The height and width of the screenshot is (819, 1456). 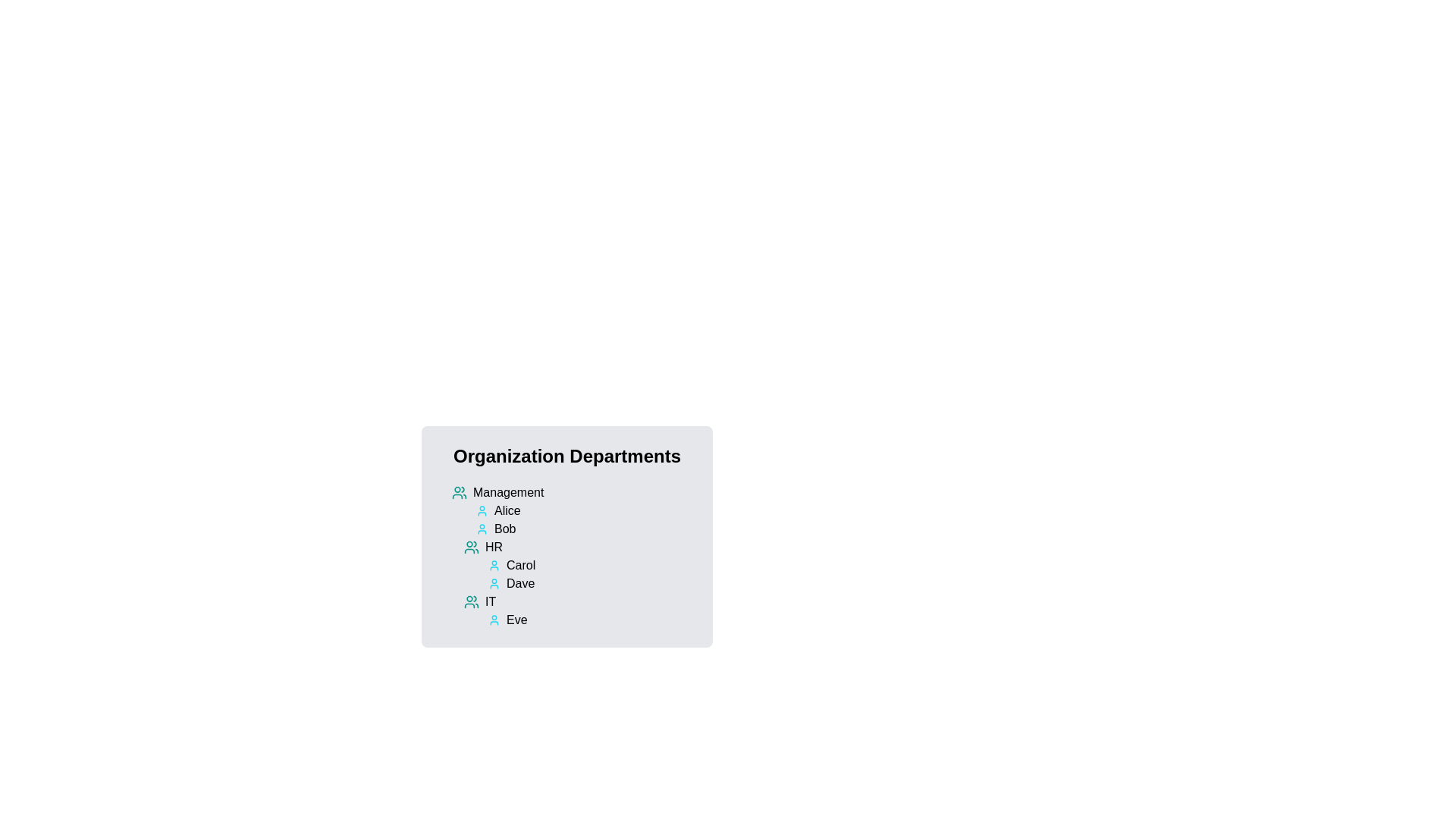 I want to click on text label displaying the name 'Eve', which is positioned below the 'IT' section in the organizational structure list, so click(x=516, y=620).